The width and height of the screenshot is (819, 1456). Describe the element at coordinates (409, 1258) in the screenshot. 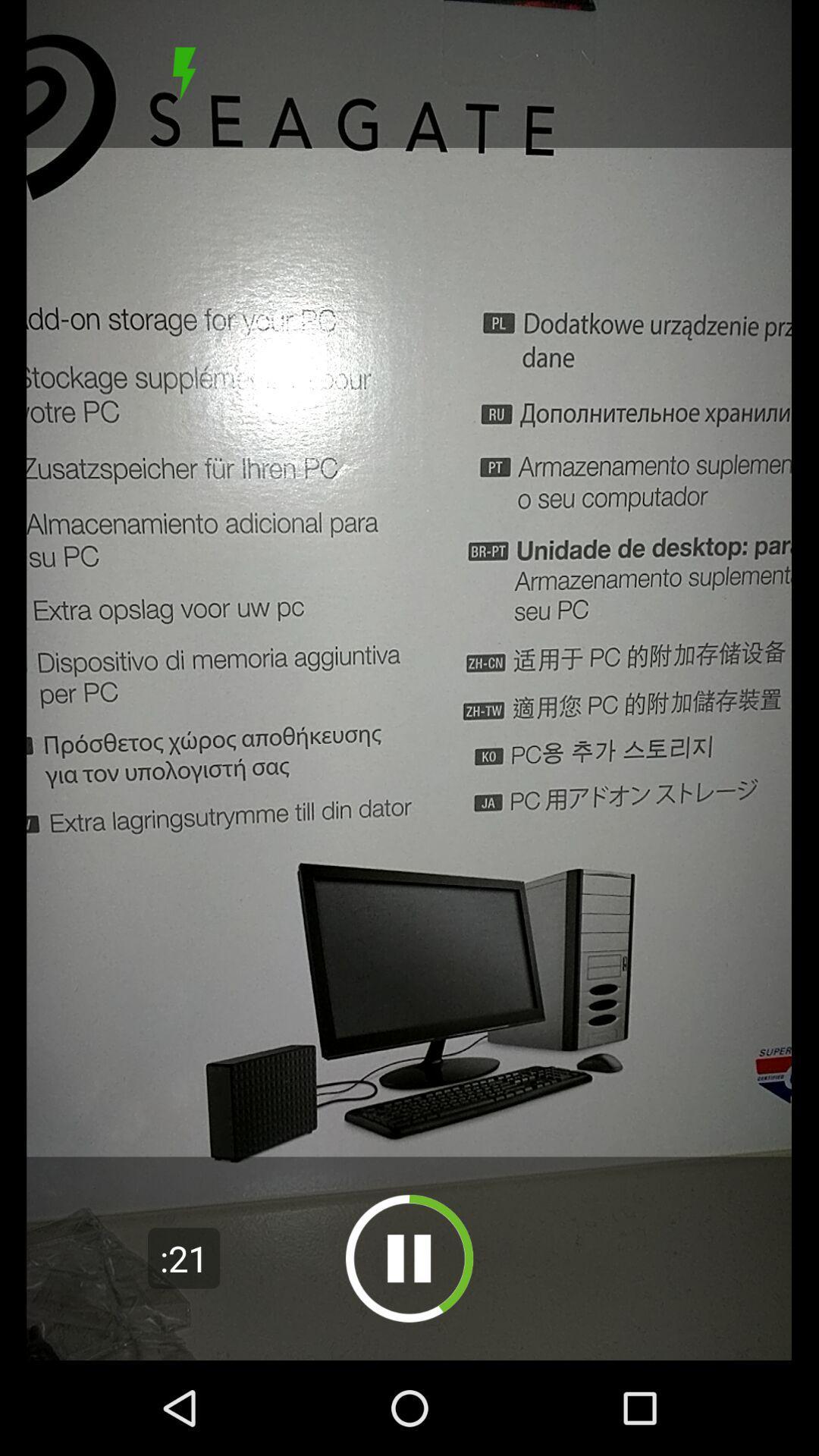

I see `pause` at that location.